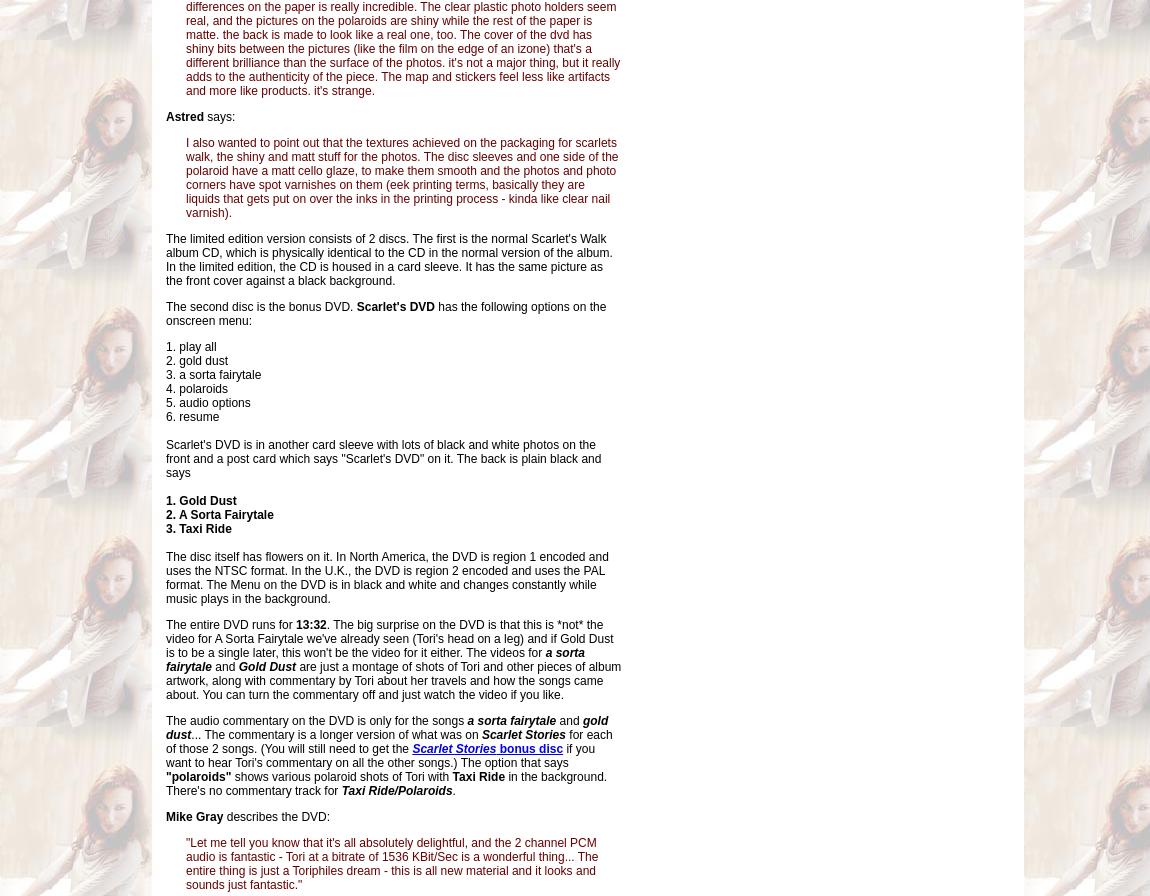 This screenshot has height=896, width=1150. Describe the element at coordinates (197, 528) in the screenshot. I see `'3. Taxi Ride'` at that location.